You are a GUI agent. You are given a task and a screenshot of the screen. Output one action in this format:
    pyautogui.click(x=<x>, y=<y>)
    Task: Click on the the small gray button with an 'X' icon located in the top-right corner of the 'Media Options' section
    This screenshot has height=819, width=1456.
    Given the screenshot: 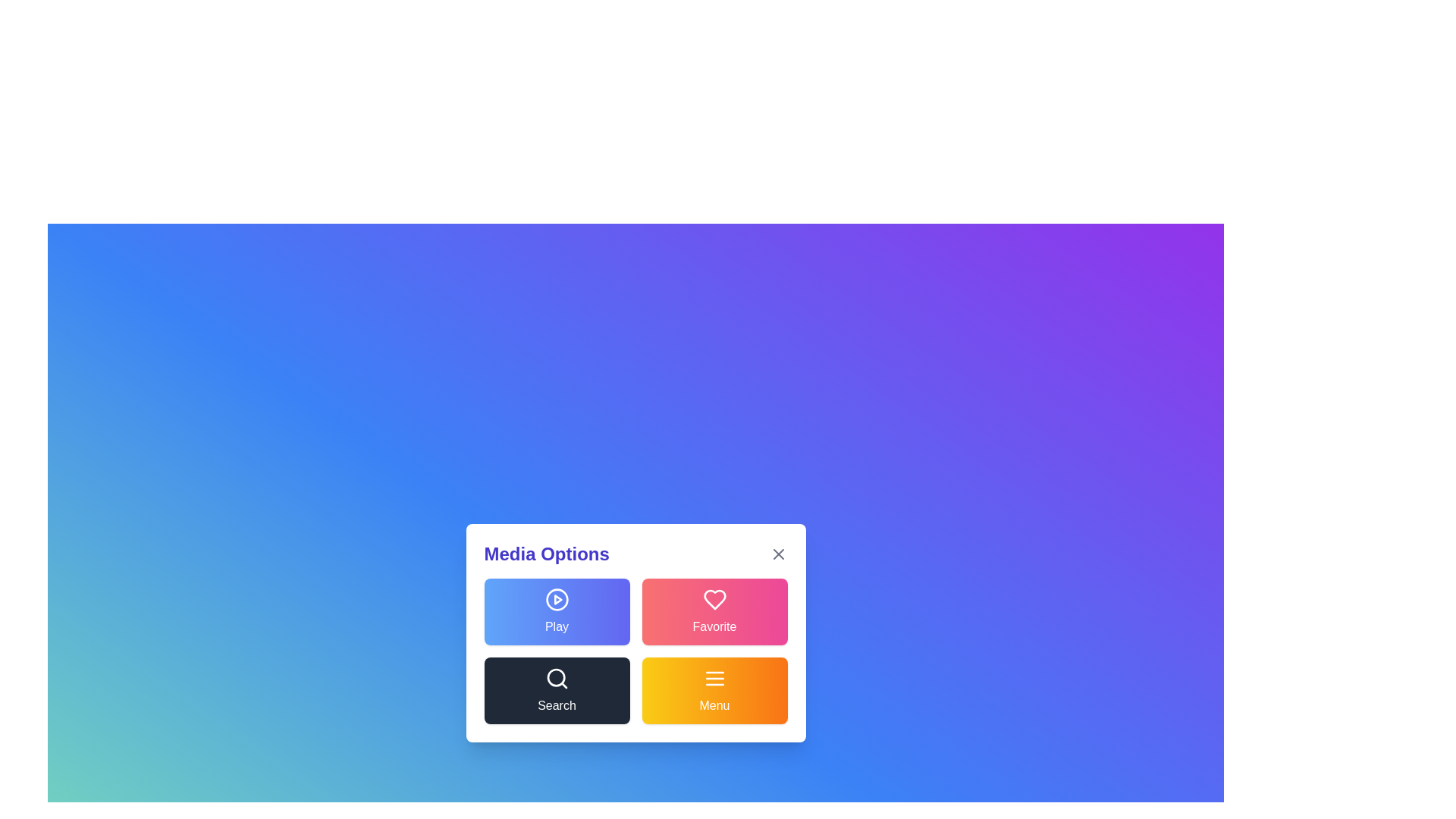 What is the action you would take?
    pyautogui.click(x=778, y=554)
    